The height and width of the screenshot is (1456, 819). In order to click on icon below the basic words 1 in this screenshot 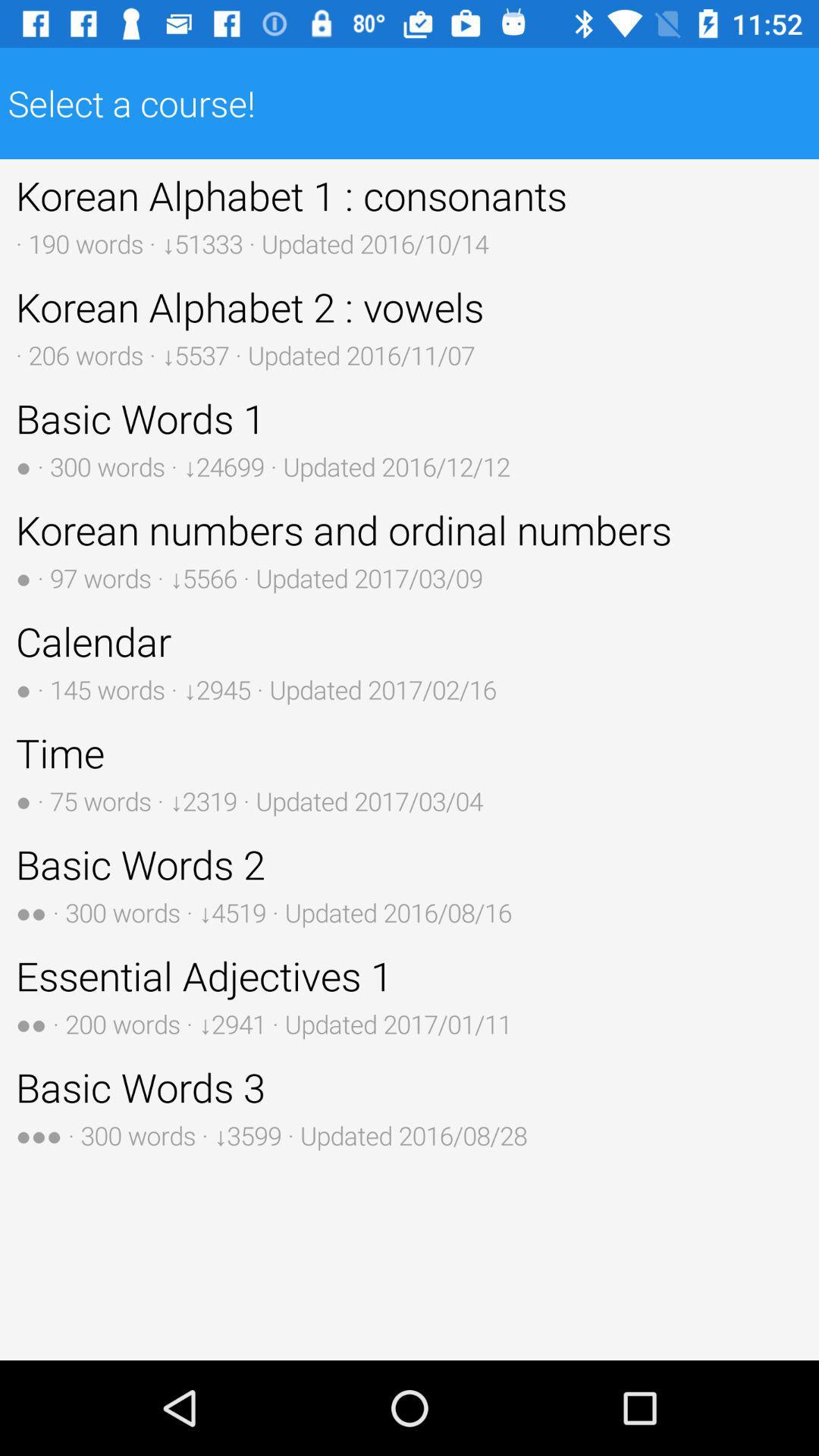, I will do `click(409, 548)`.